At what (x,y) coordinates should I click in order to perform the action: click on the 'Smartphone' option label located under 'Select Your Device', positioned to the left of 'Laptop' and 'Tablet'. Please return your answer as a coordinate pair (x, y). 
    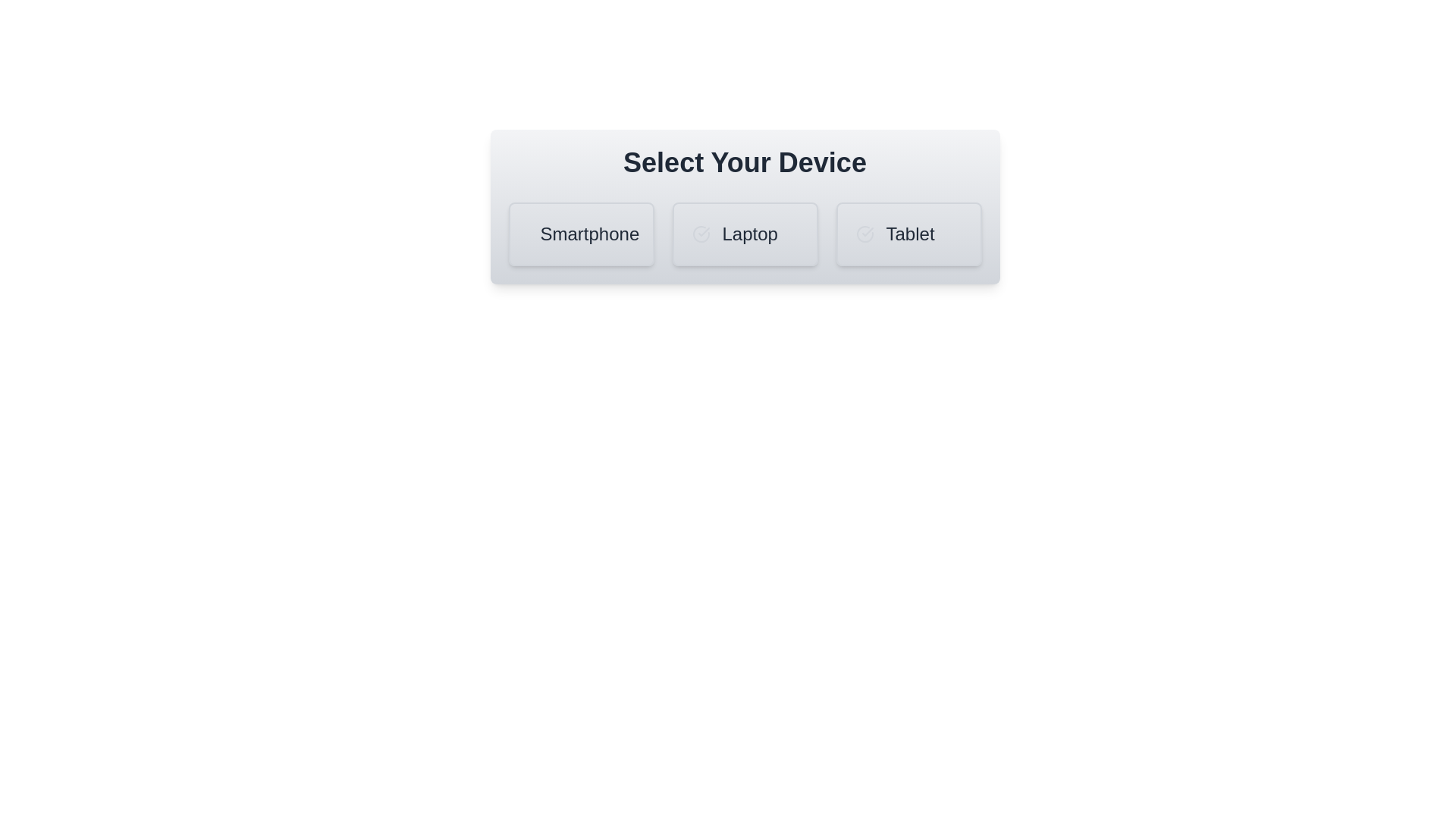
    Looking at the image, I should click on (588, 234).